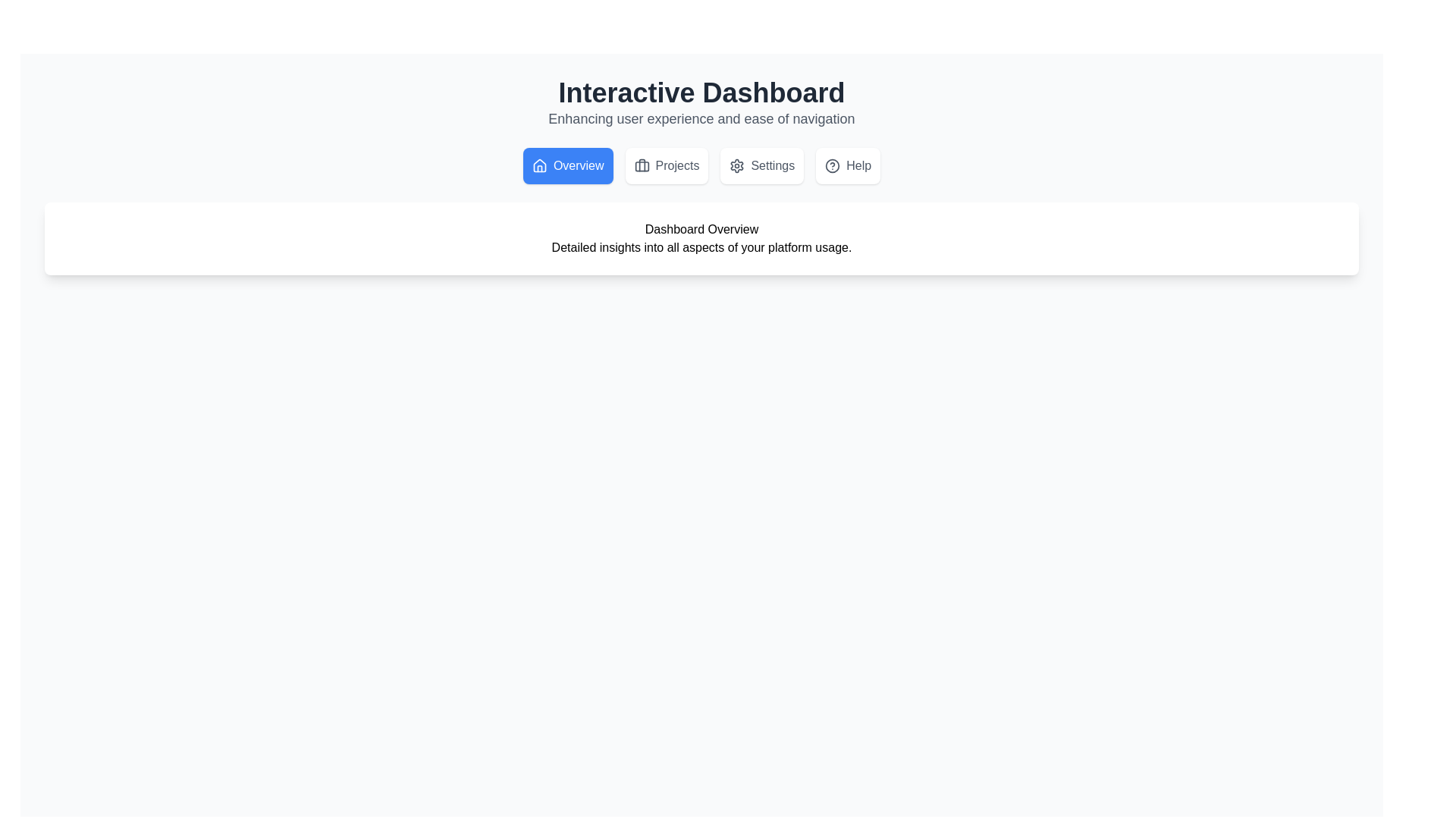 The width and height of the screenshot is (1456, 819). Describe the element at coordinates (858, 166) in the screenshot. I see `the 'Help' button, which is a text label displaying the word 'Help' in gray color, located within the top-right navigation bar next to a help icon` at that location.